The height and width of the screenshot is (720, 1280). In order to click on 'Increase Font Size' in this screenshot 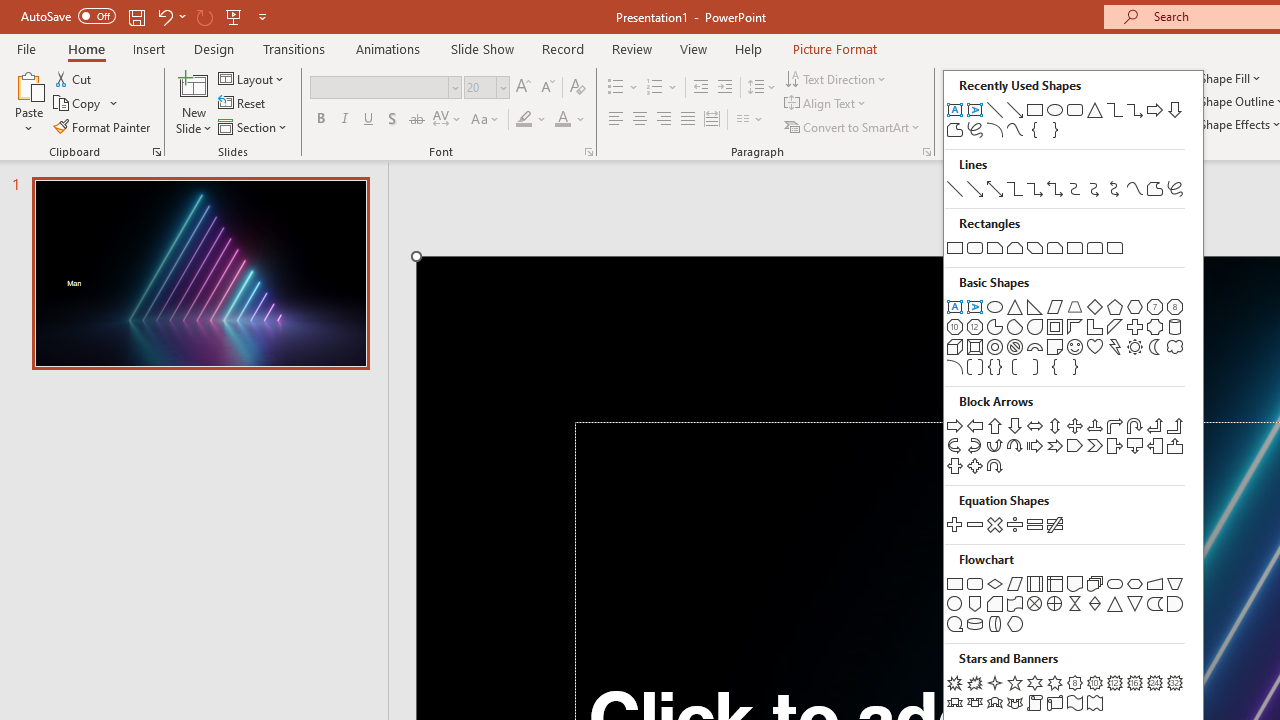, I will do `click(522, 86)`.